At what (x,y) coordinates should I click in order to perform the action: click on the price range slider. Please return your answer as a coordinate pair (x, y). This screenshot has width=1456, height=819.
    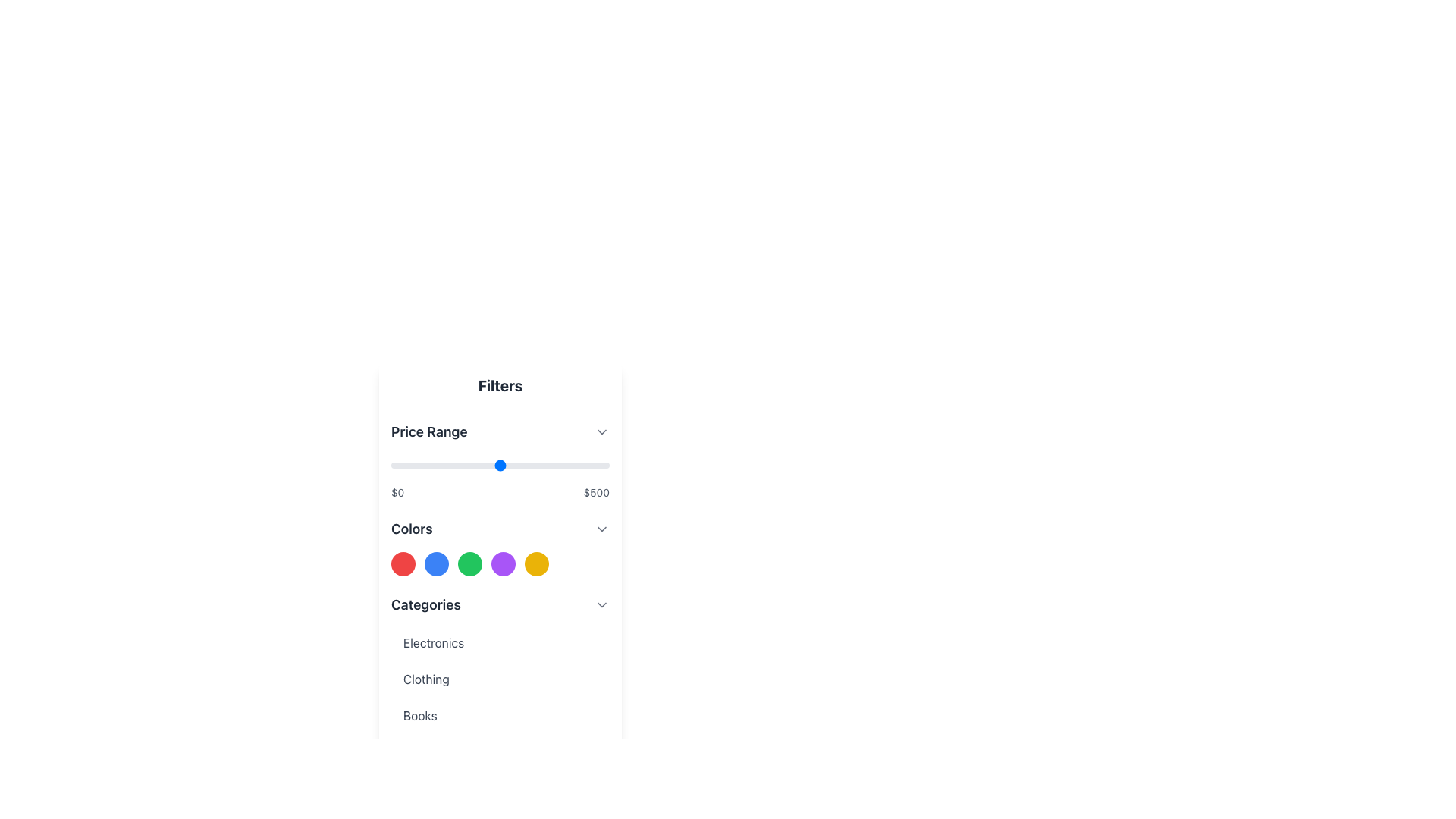
    Looking at the image, I should click on (435, 464).